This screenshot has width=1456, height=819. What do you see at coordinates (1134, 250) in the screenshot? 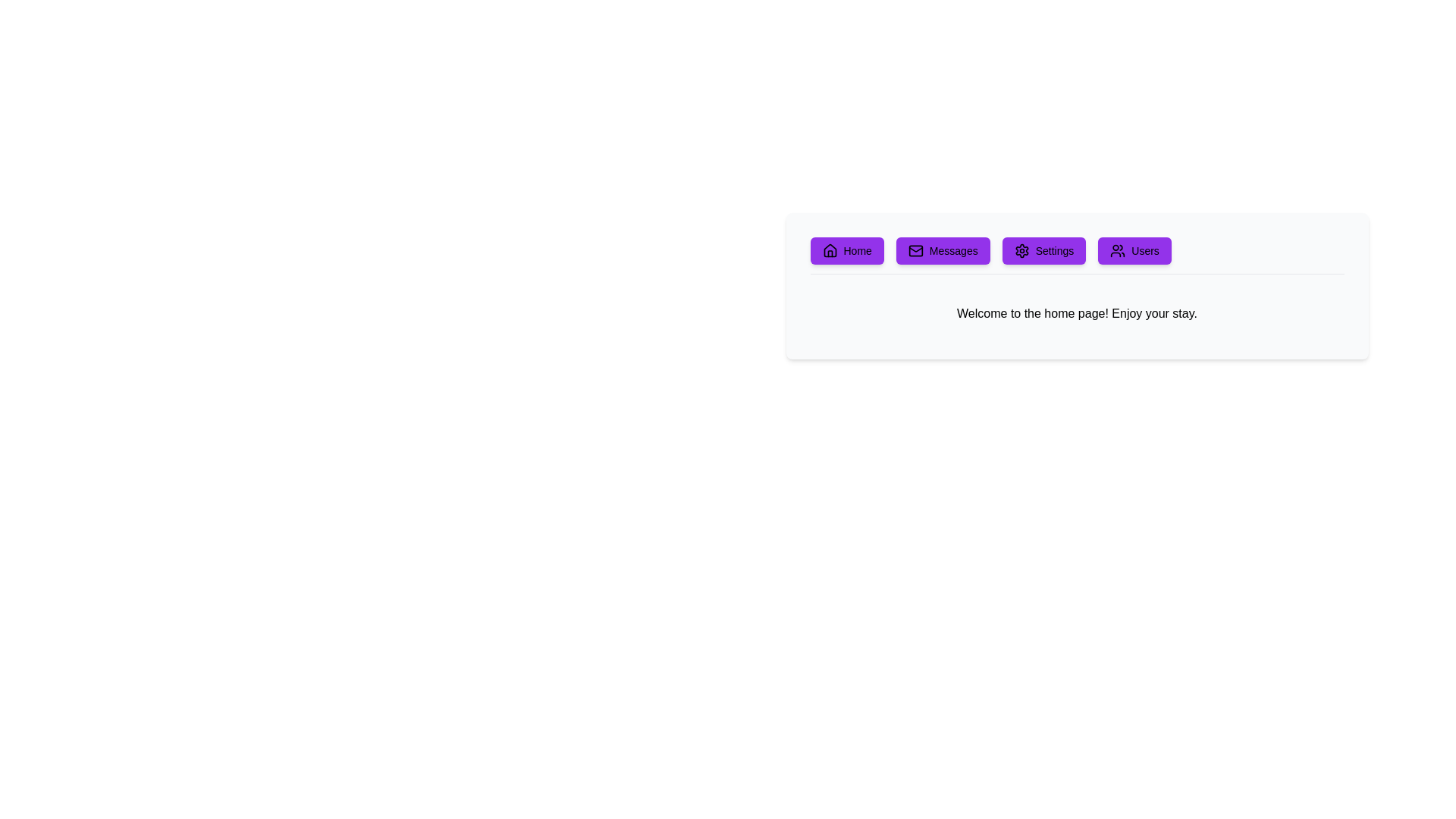
I see `the 'Users' button located in the horizontal menu bar` at bounding box center [1134, 250].